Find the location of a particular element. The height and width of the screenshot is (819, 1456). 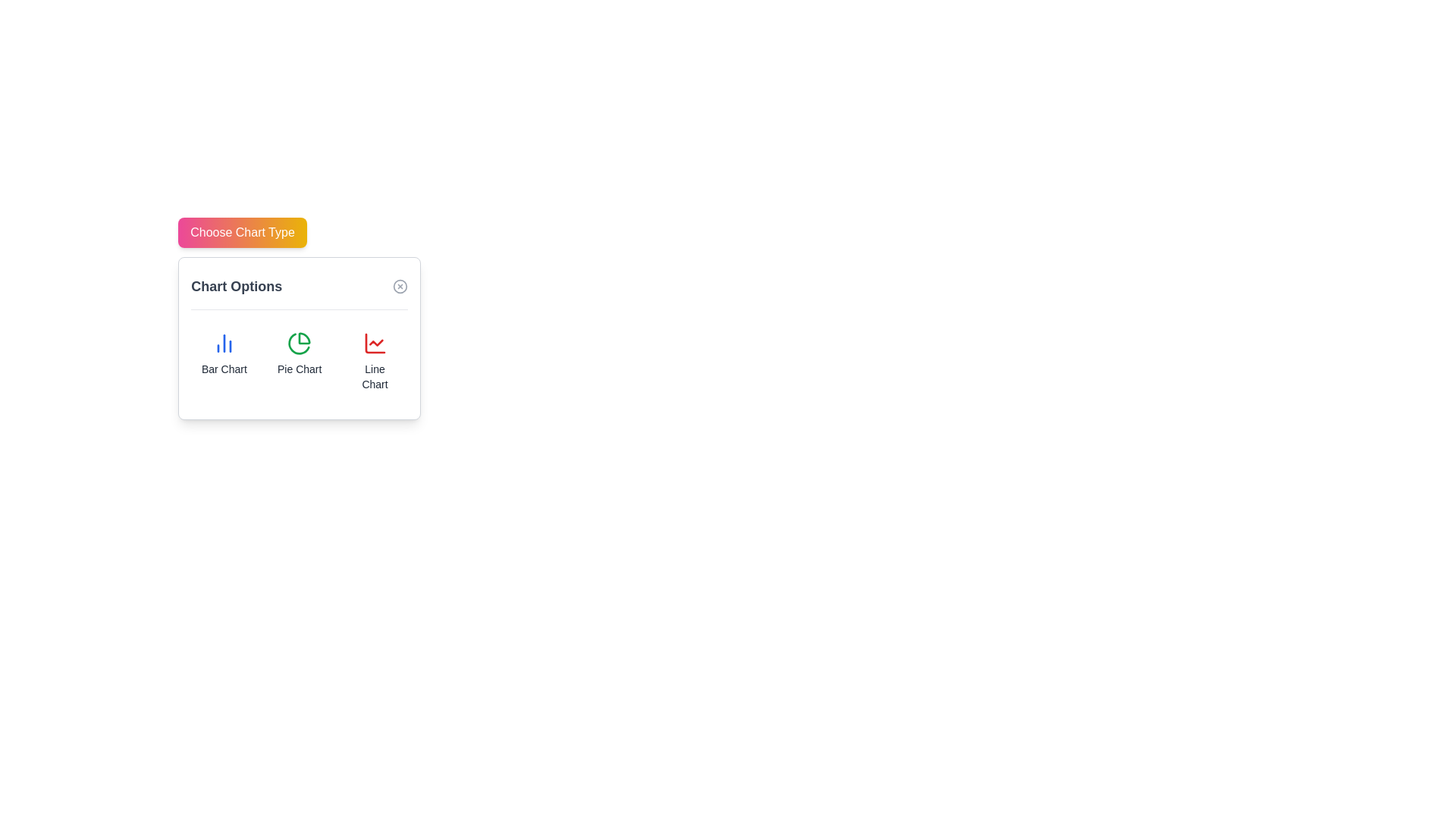

the 'Bar Chart' text label, which is a small gray font label located beneath the bar chart icon in a grid of chart options is located at coordinates (223, 369).